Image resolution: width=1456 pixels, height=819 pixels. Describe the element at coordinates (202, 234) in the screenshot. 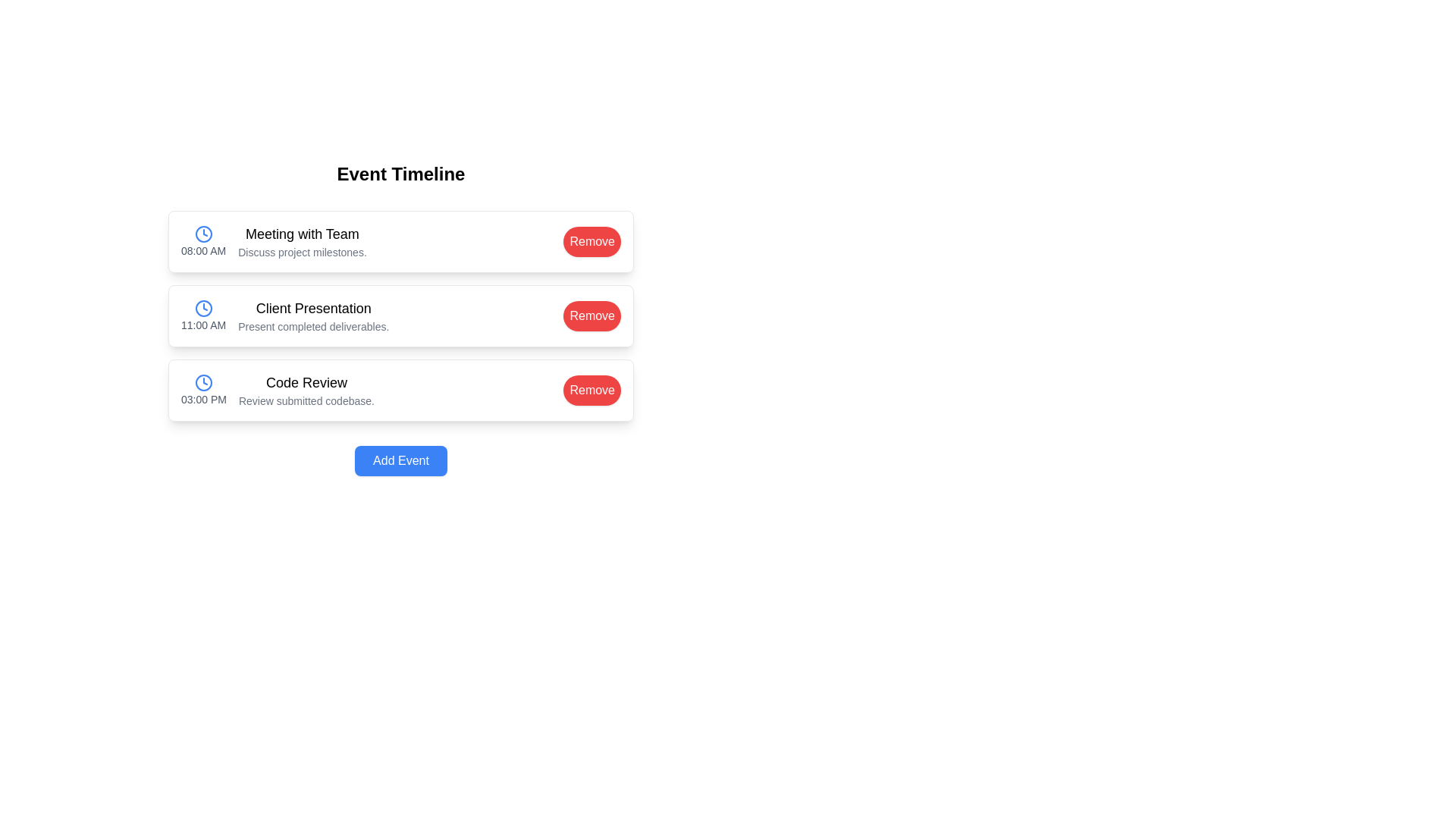

I see `the Circular clock icon located on the left side of the first row in the timeline list under the 'Event Timeline' section, adjacent to the 'Meeting with Team' text and '08:00 AM' time description` at that location.